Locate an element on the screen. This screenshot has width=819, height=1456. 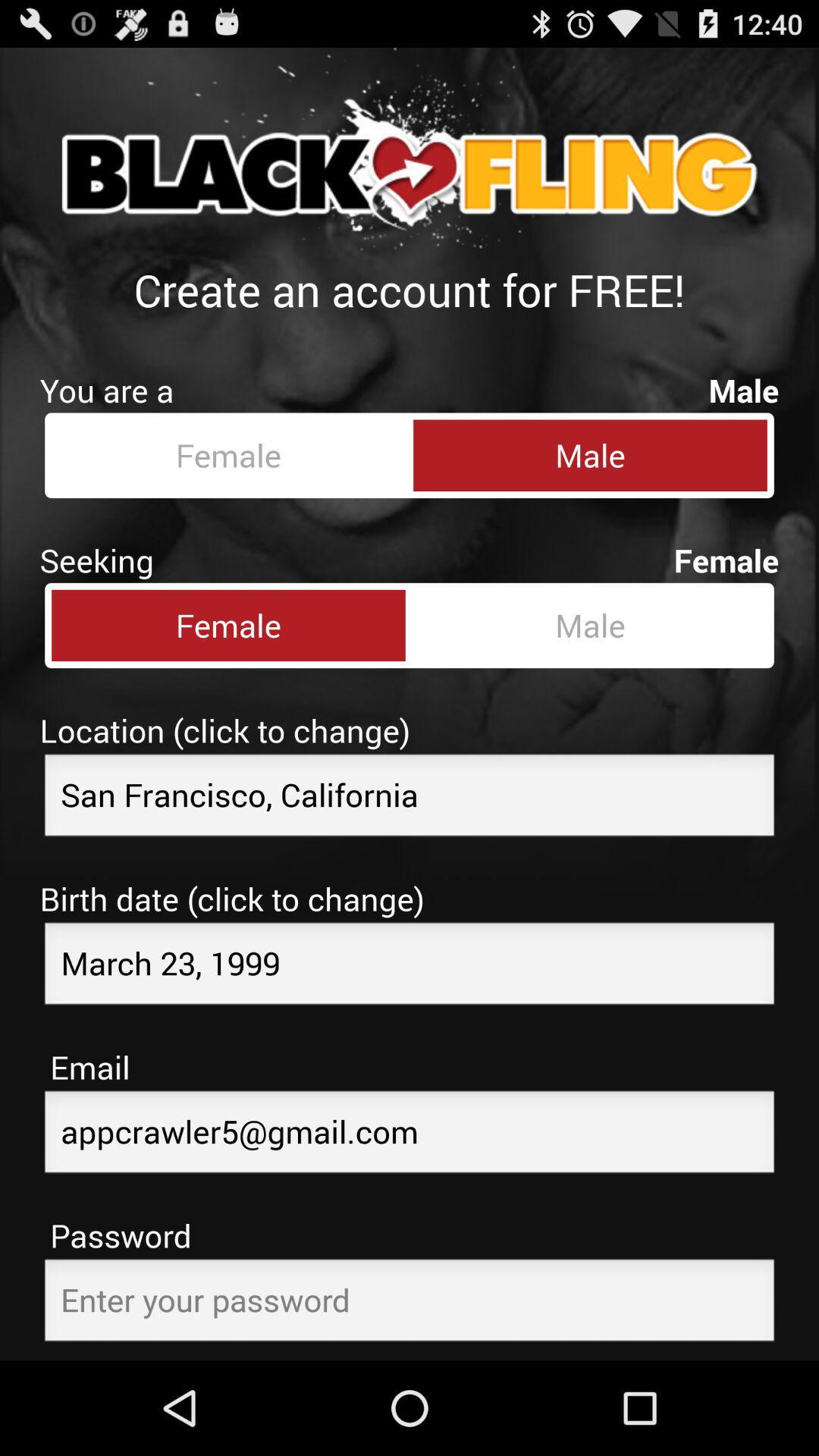
birthday is located at coordinates (409, 967).